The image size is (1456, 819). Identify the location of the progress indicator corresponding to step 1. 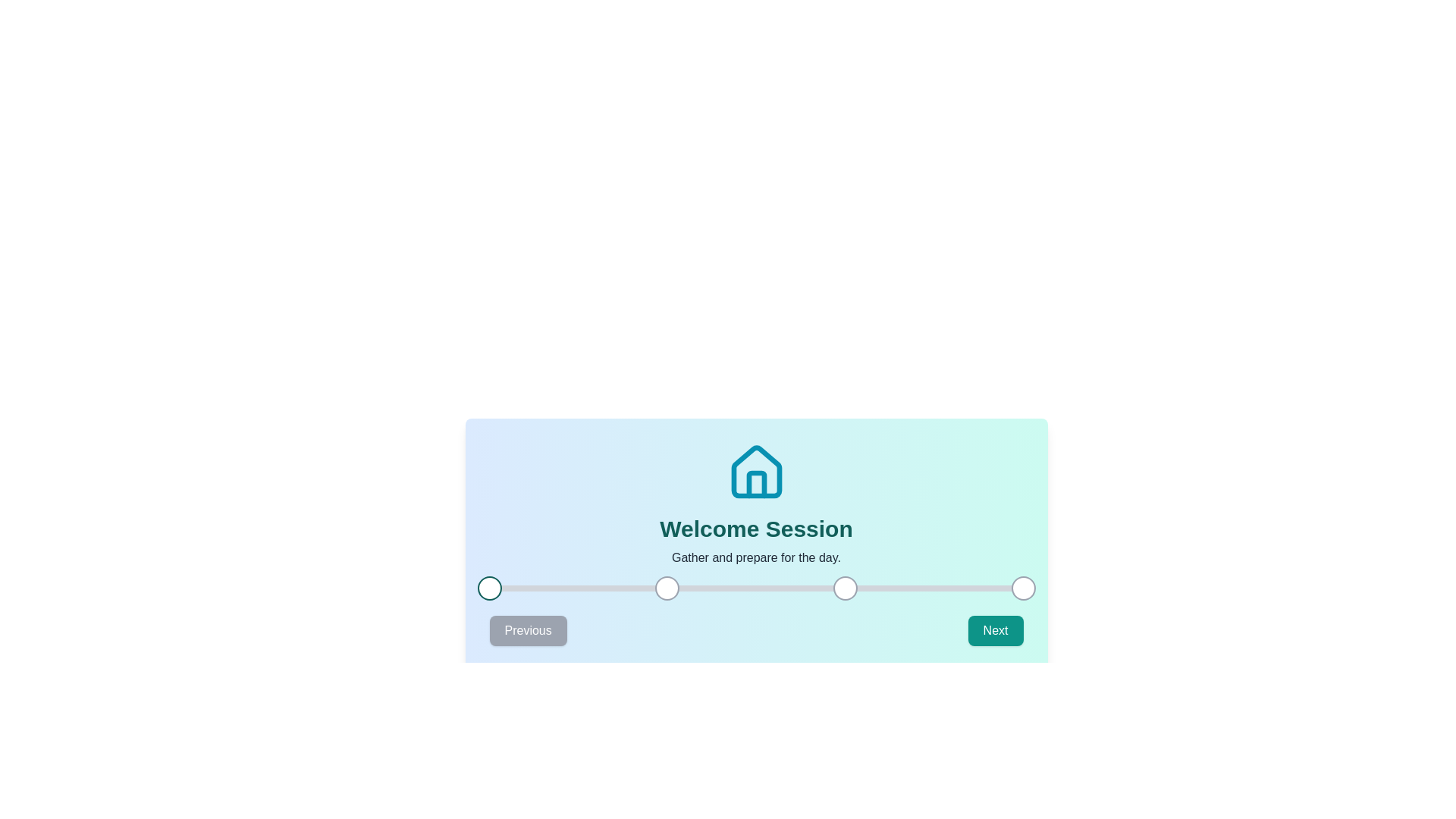
(489, 587).